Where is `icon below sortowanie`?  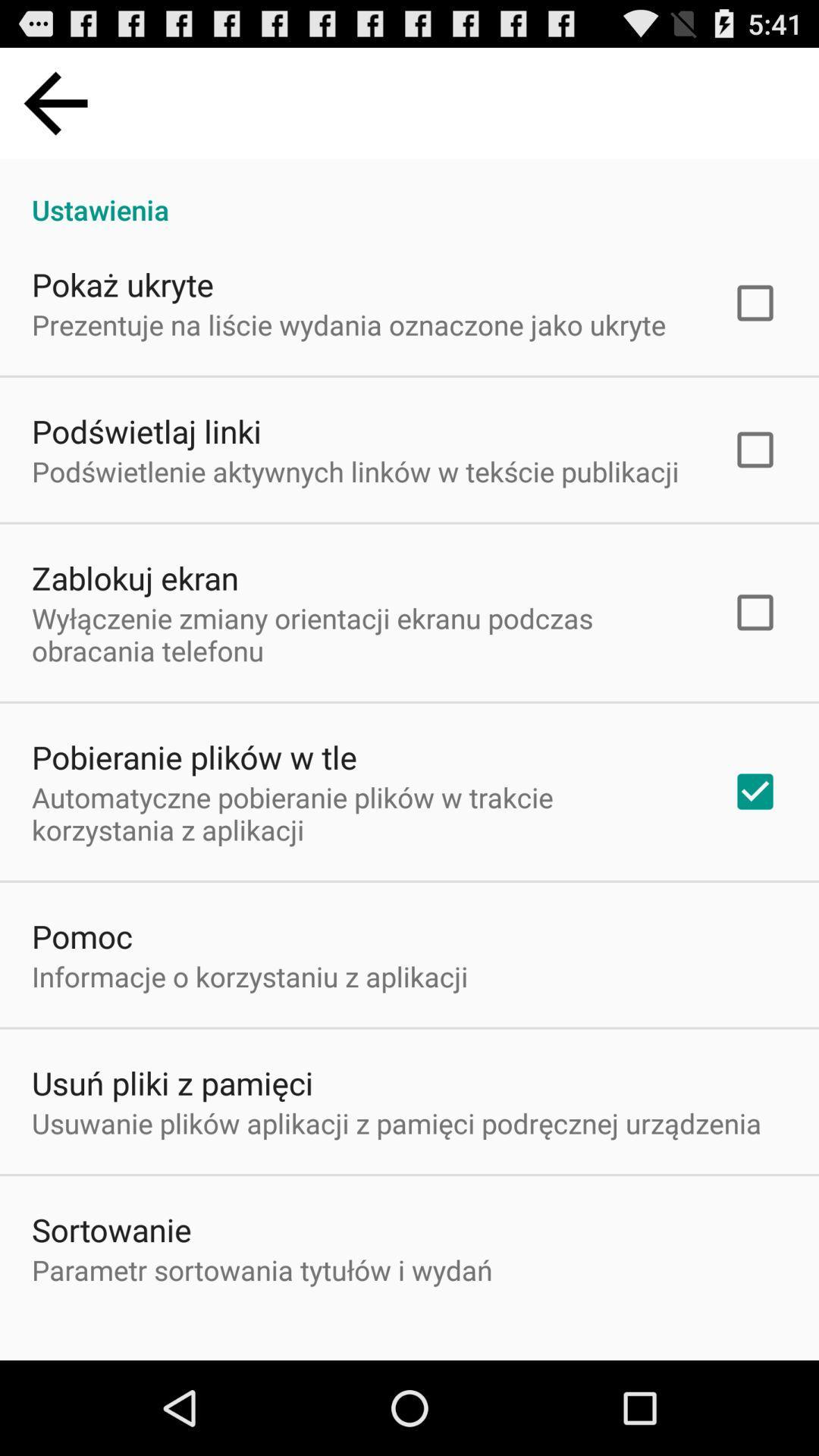 icon below sortowanie is located at coordinates (261, 1269).